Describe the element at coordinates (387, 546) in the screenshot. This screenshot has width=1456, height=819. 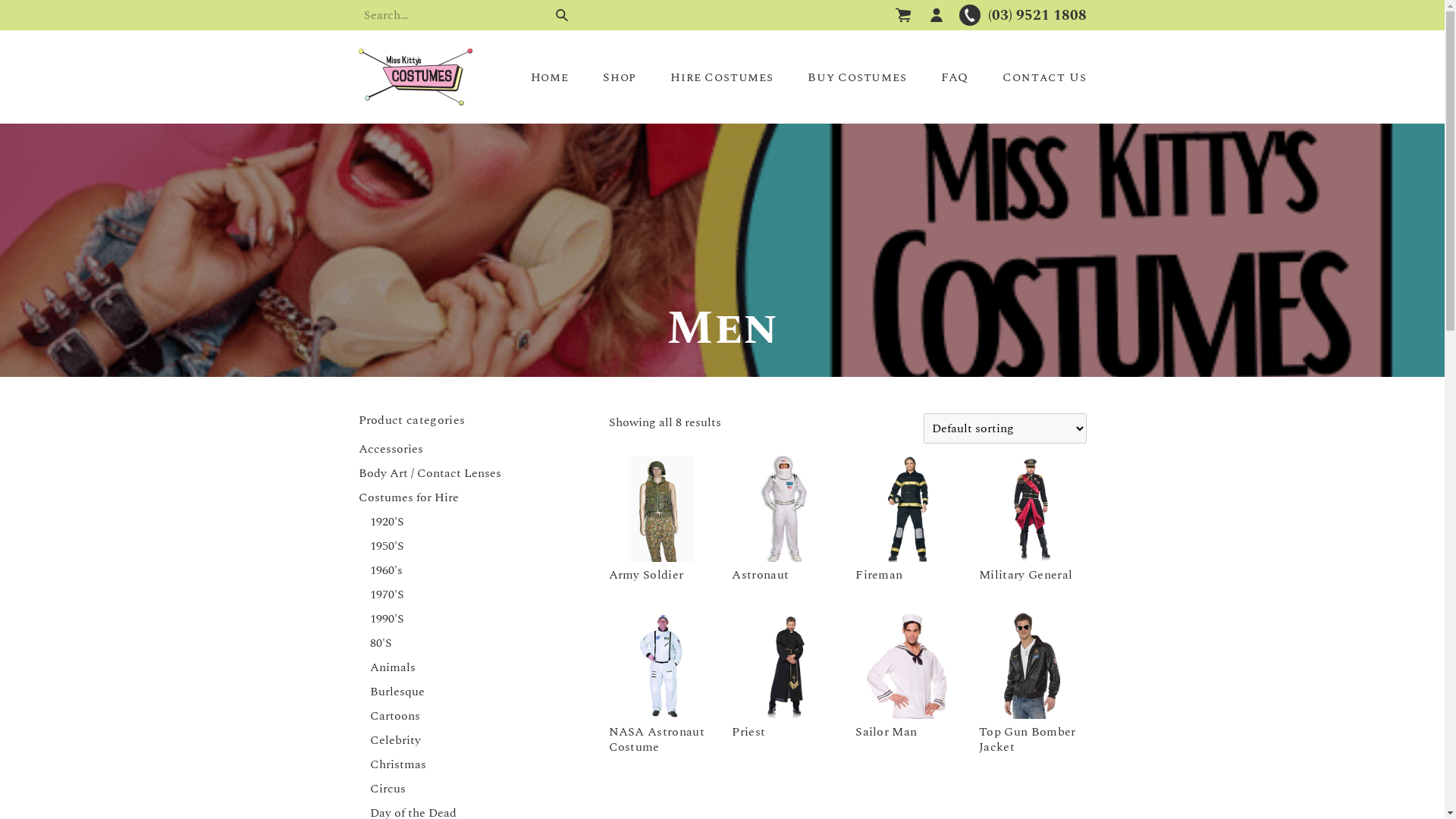
I see `'1950'S'` at that location.